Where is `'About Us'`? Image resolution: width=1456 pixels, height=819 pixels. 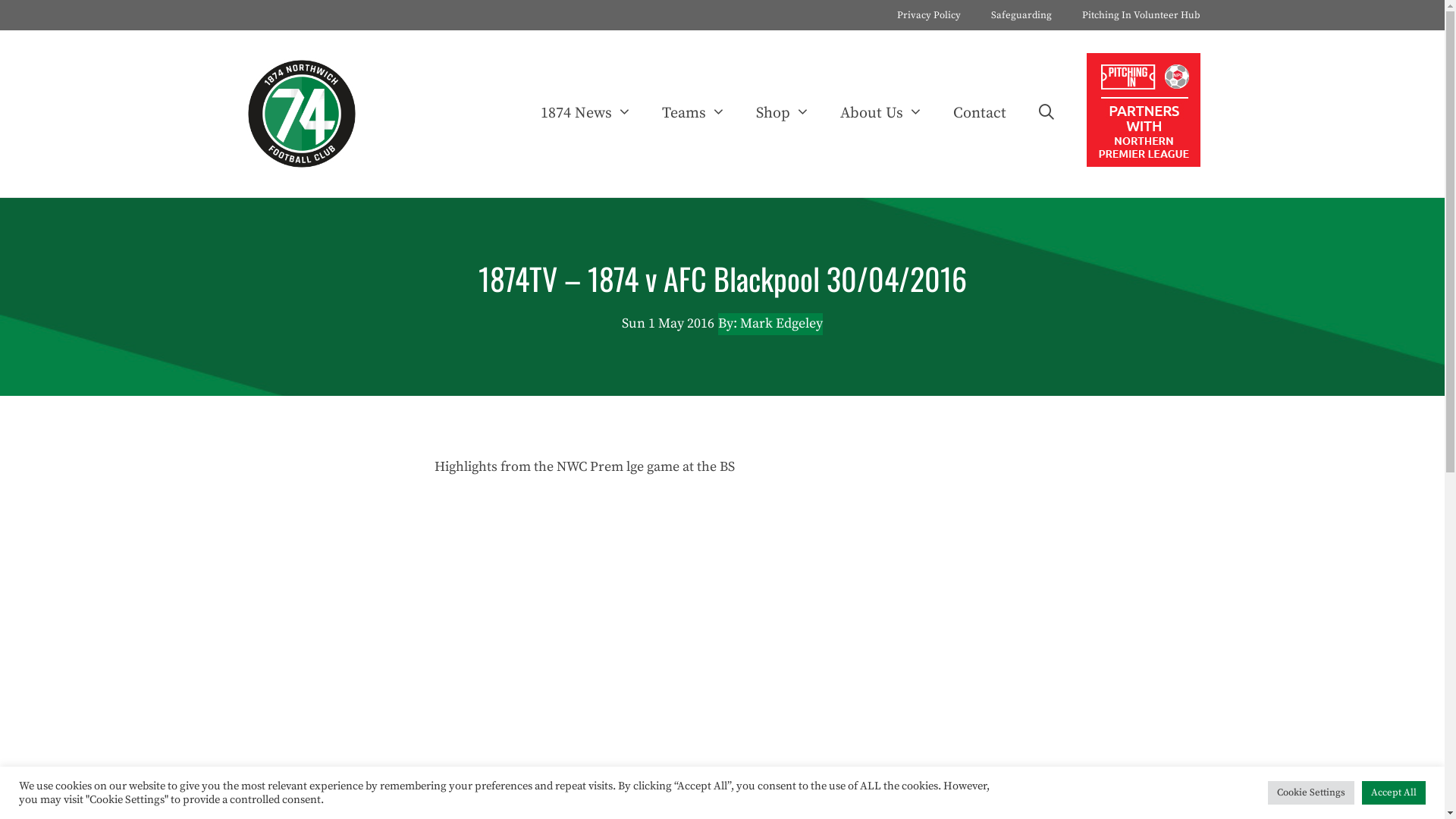
'About Us' is located at coordinates (881, 113).